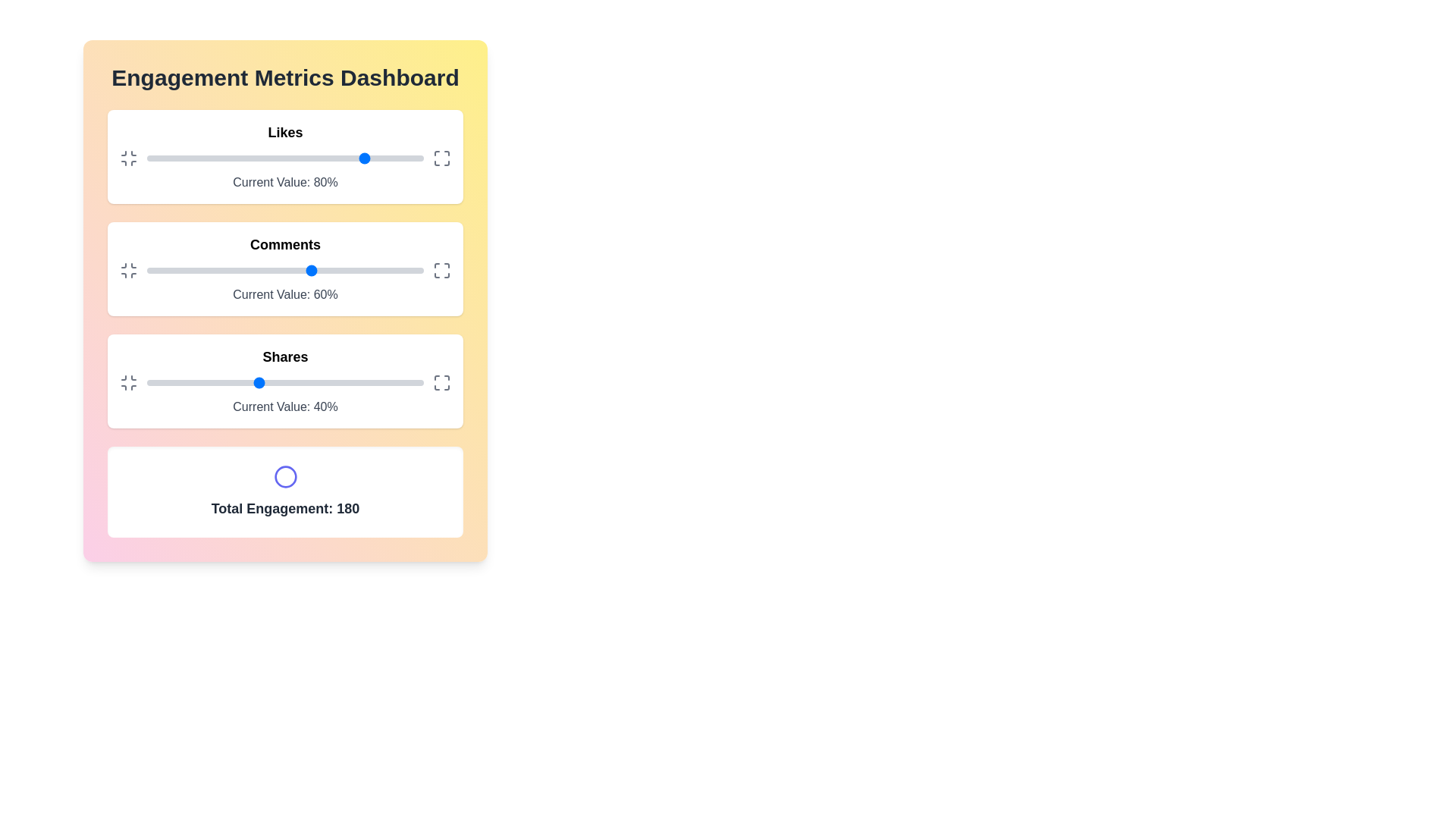  Describe the element at coordinates (171, 158) in the screenshot. I see `the 'Likes' slider` at that location.